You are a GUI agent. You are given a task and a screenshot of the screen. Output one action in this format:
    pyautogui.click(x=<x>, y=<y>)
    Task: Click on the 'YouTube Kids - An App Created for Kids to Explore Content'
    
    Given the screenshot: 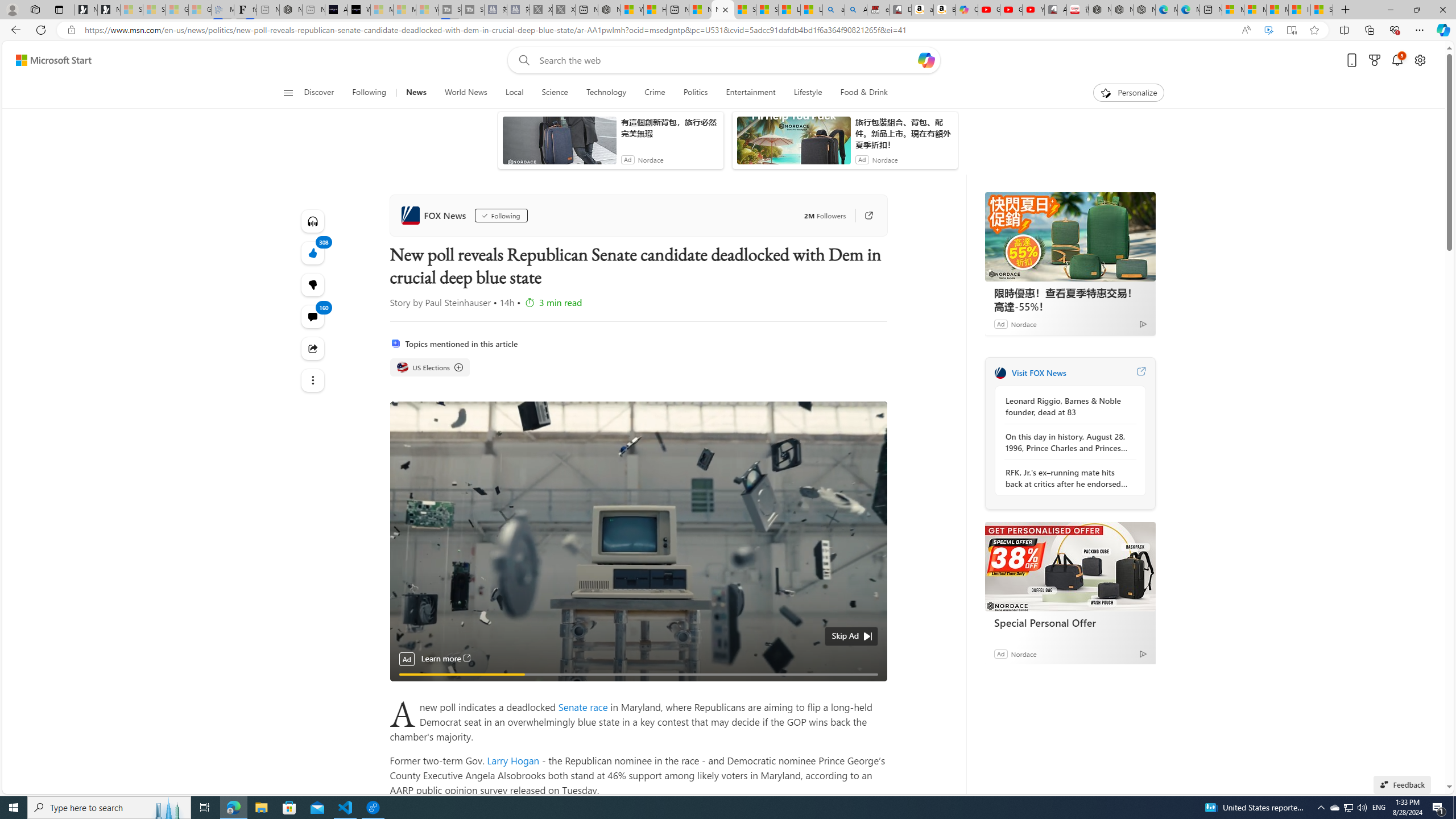 What is the action you would take?
    pyautogui.click(x=1033, y=9)
    